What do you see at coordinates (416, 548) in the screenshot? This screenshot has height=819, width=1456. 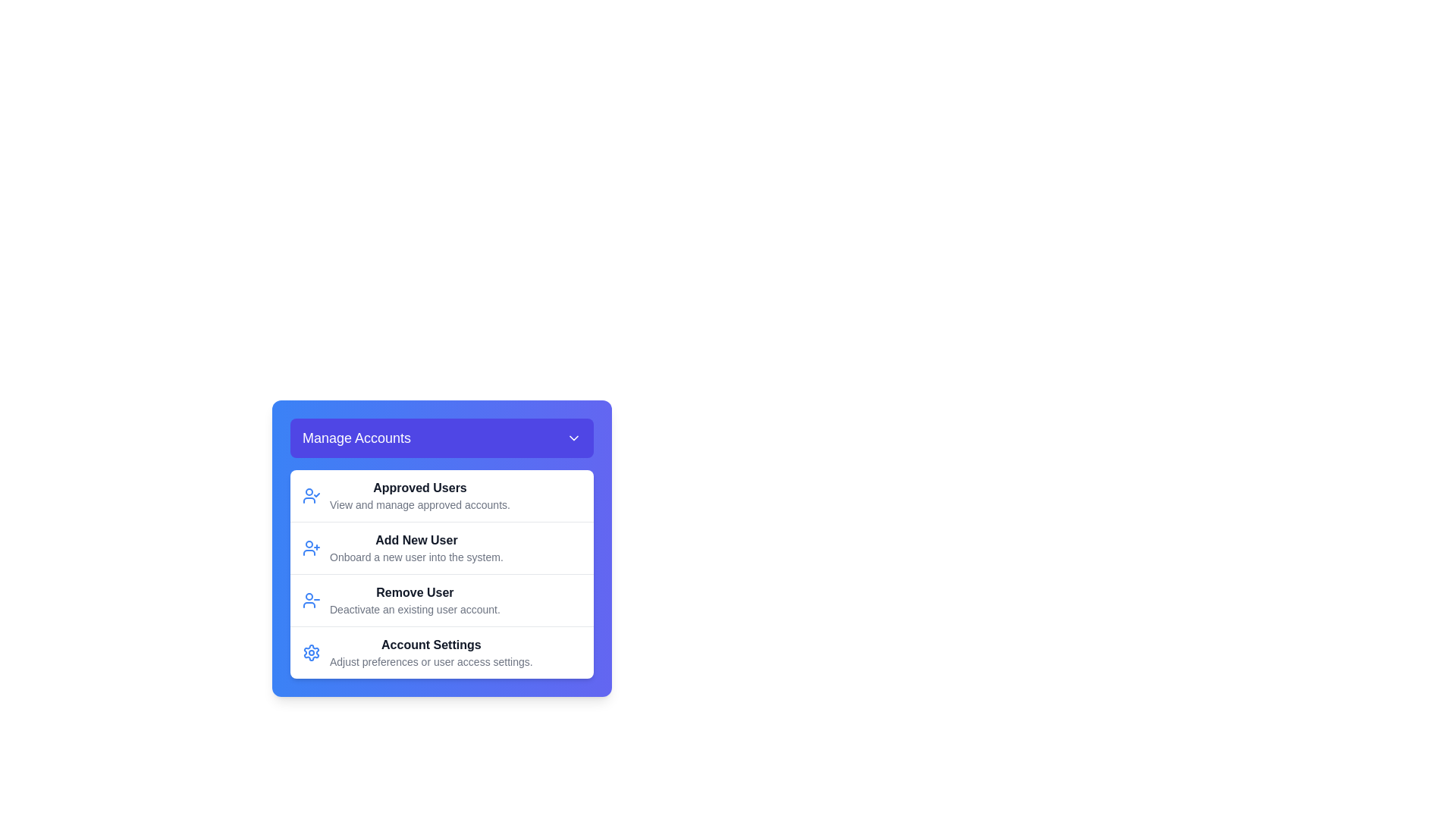 I see `the 'Onboard New User' text block located in the 'Manage Accounts' menu, which is the second item below 'Approved Users'` at bounding box center [416, 548].